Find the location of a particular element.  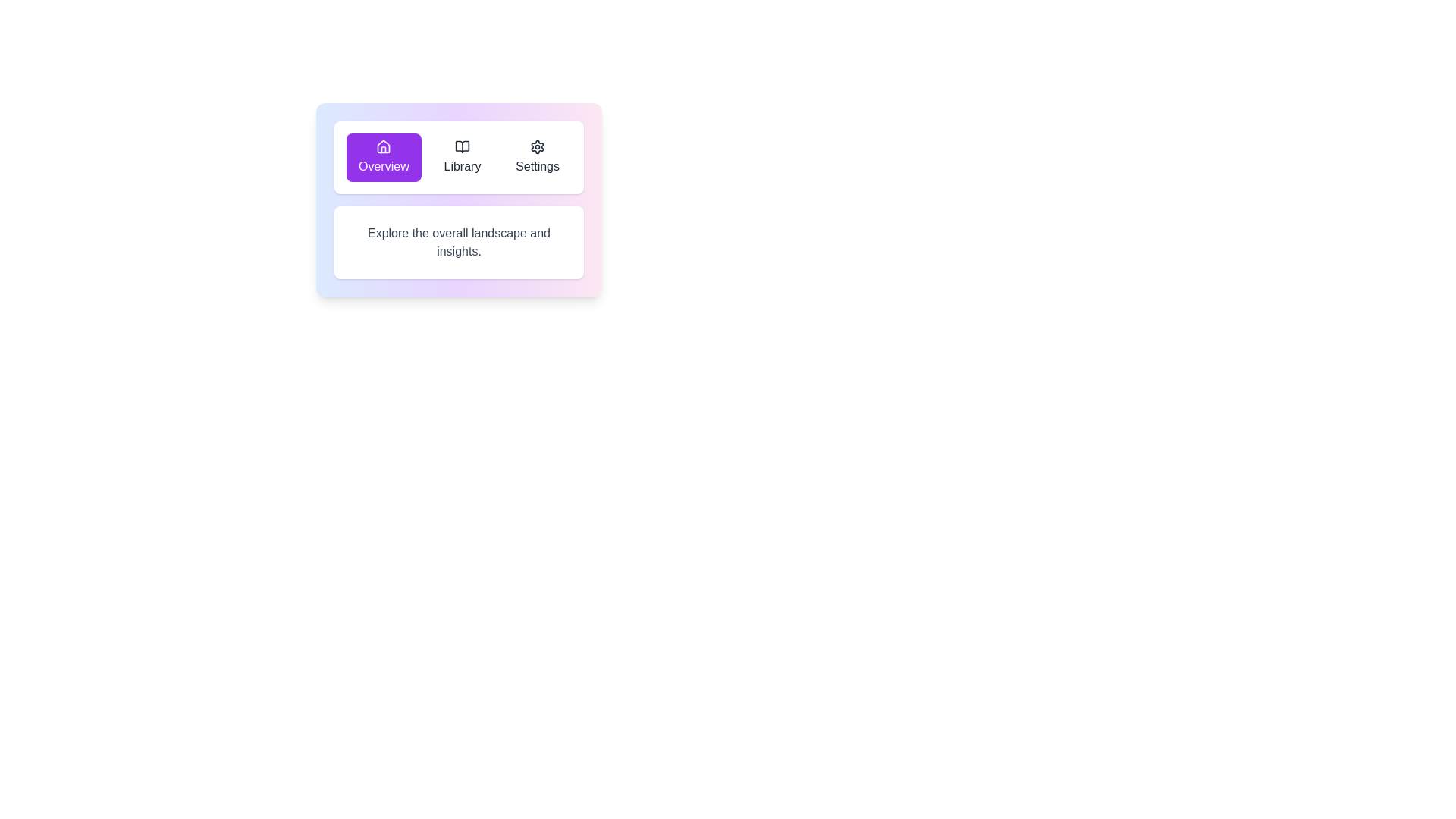

the gear-shaped icon located at the rightmost position of the three icons at the top of the section is located at coordinates (538, 146).